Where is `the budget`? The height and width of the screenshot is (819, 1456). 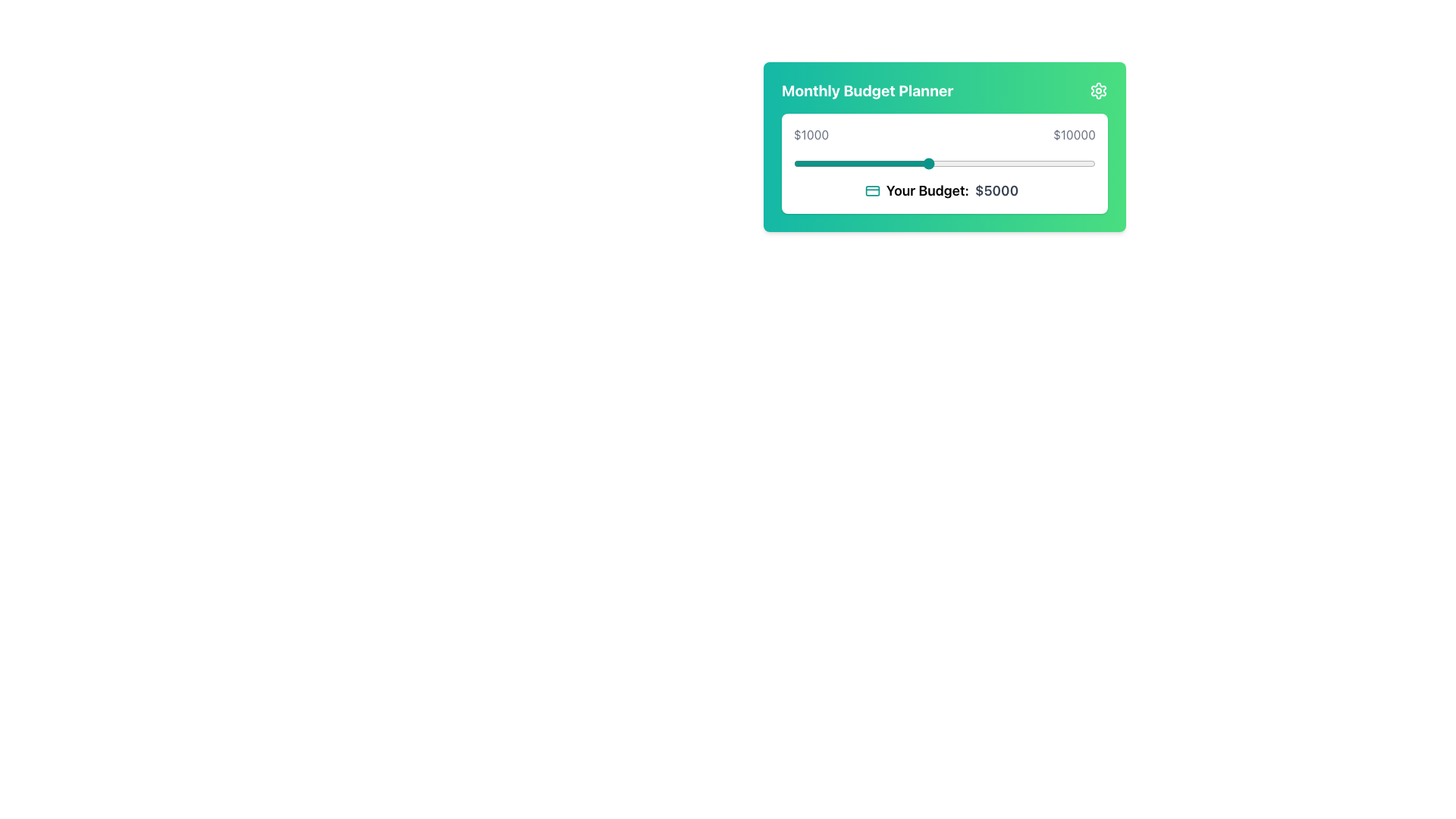 the budget is located at coordinates (910, 164).